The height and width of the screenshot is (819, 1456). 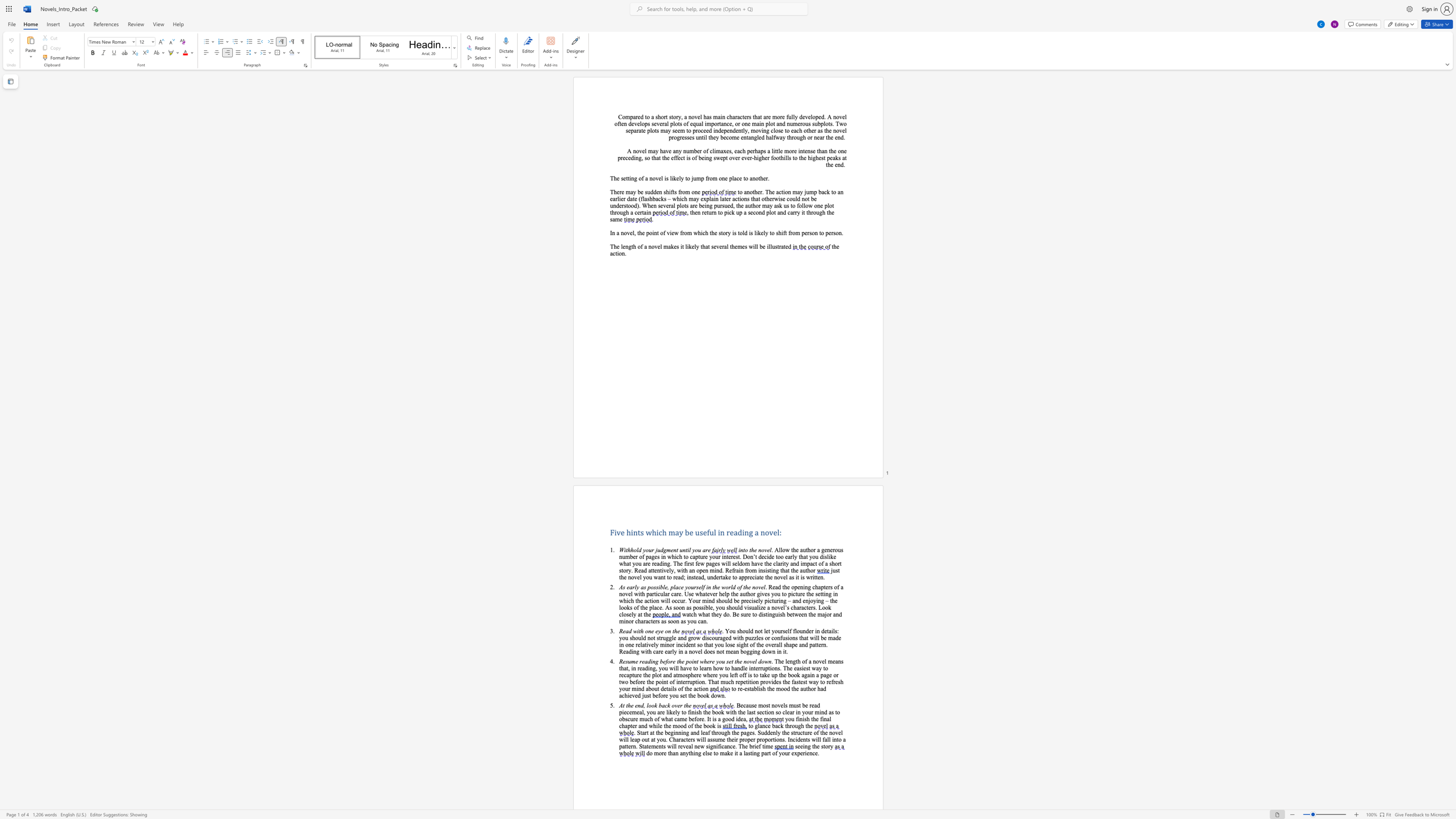 I want to click on the subset text "l themes will be ill" within the text "The length of a novel makes it likely that several themes will be illustrated", so click(x=726, y=246).